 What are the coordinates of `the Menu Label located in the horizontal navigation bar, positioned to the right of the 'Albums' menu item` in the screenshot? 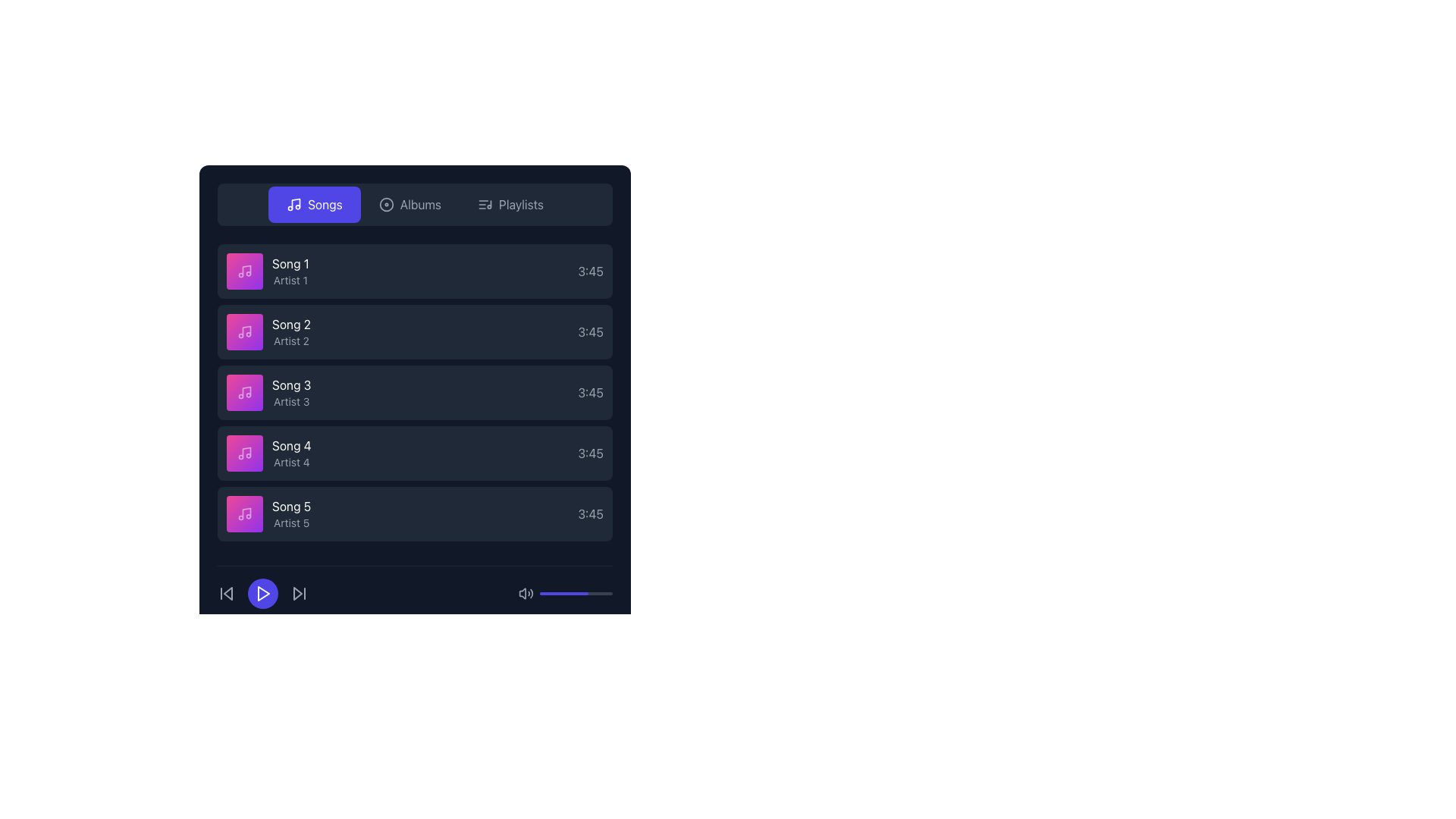 It's located at (521, 205).